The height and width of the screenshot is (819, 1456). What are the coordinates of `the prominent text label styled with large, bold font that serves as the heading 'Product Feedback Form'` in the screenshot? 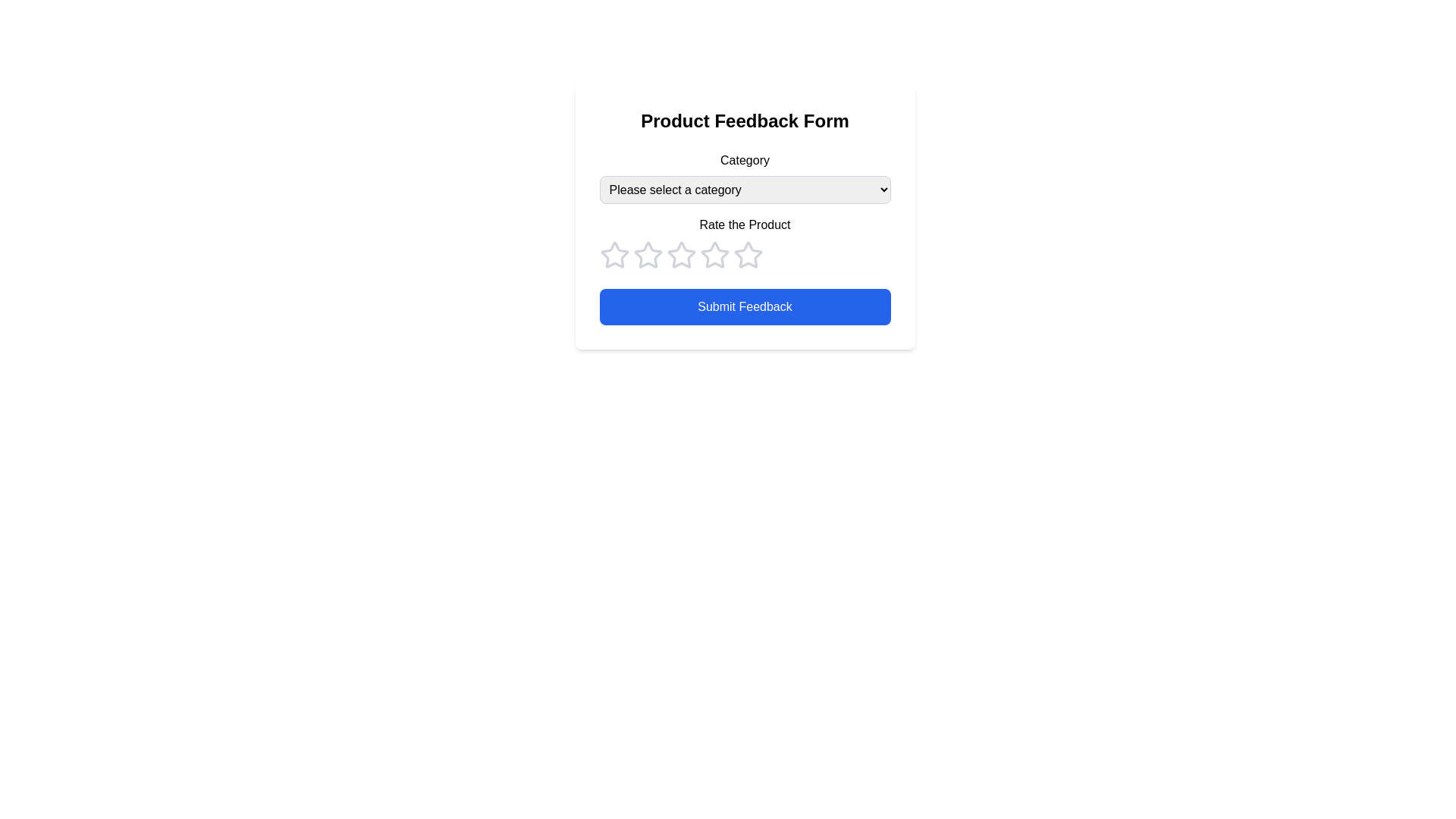 It's located at (745, 120).